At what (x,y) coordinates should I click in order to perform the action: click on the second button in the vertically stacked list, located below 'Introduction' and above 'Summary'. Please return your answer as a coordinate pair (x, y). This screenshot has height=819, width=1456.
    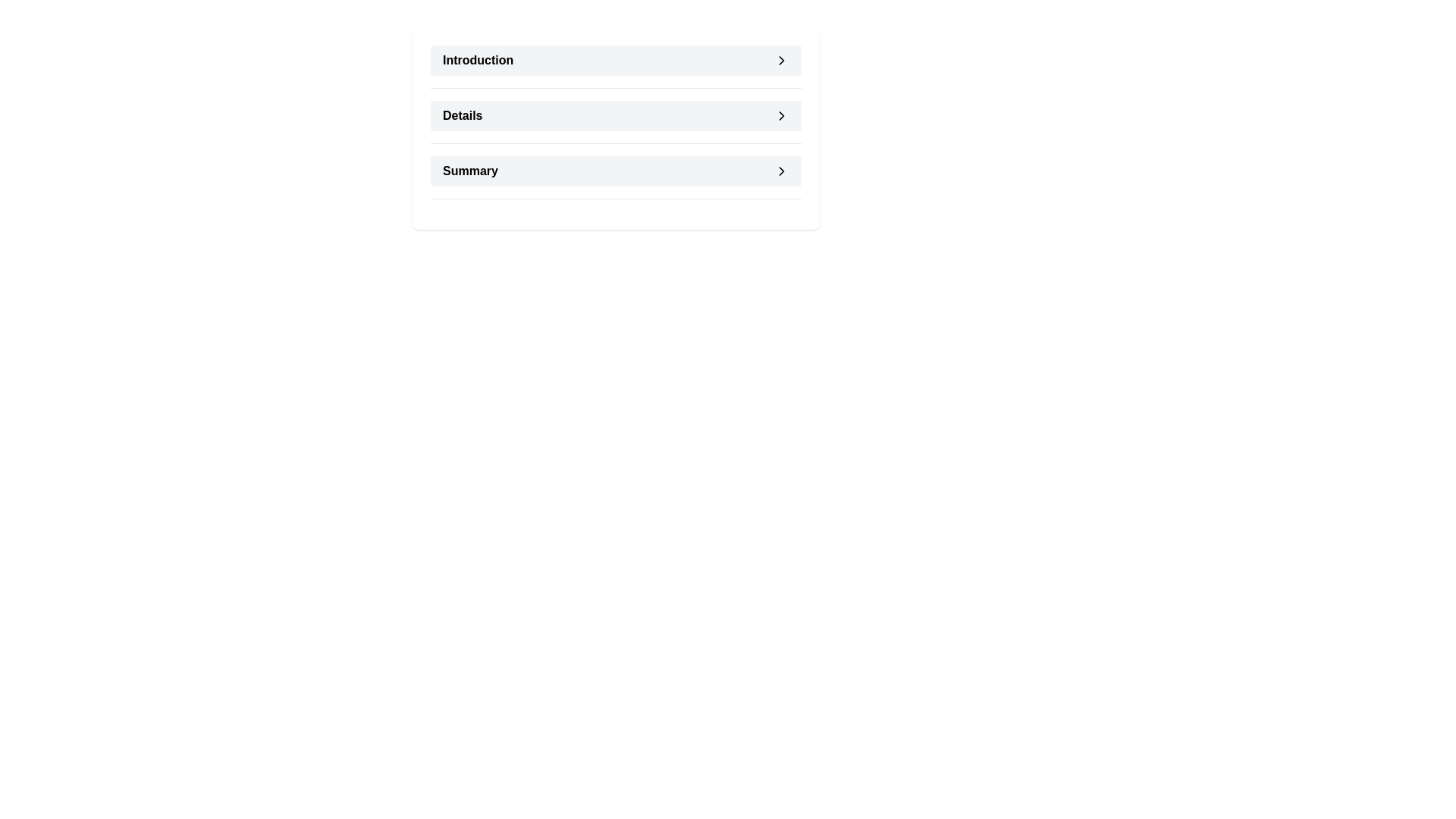
    Looking at the image, I should click on (616, 115).